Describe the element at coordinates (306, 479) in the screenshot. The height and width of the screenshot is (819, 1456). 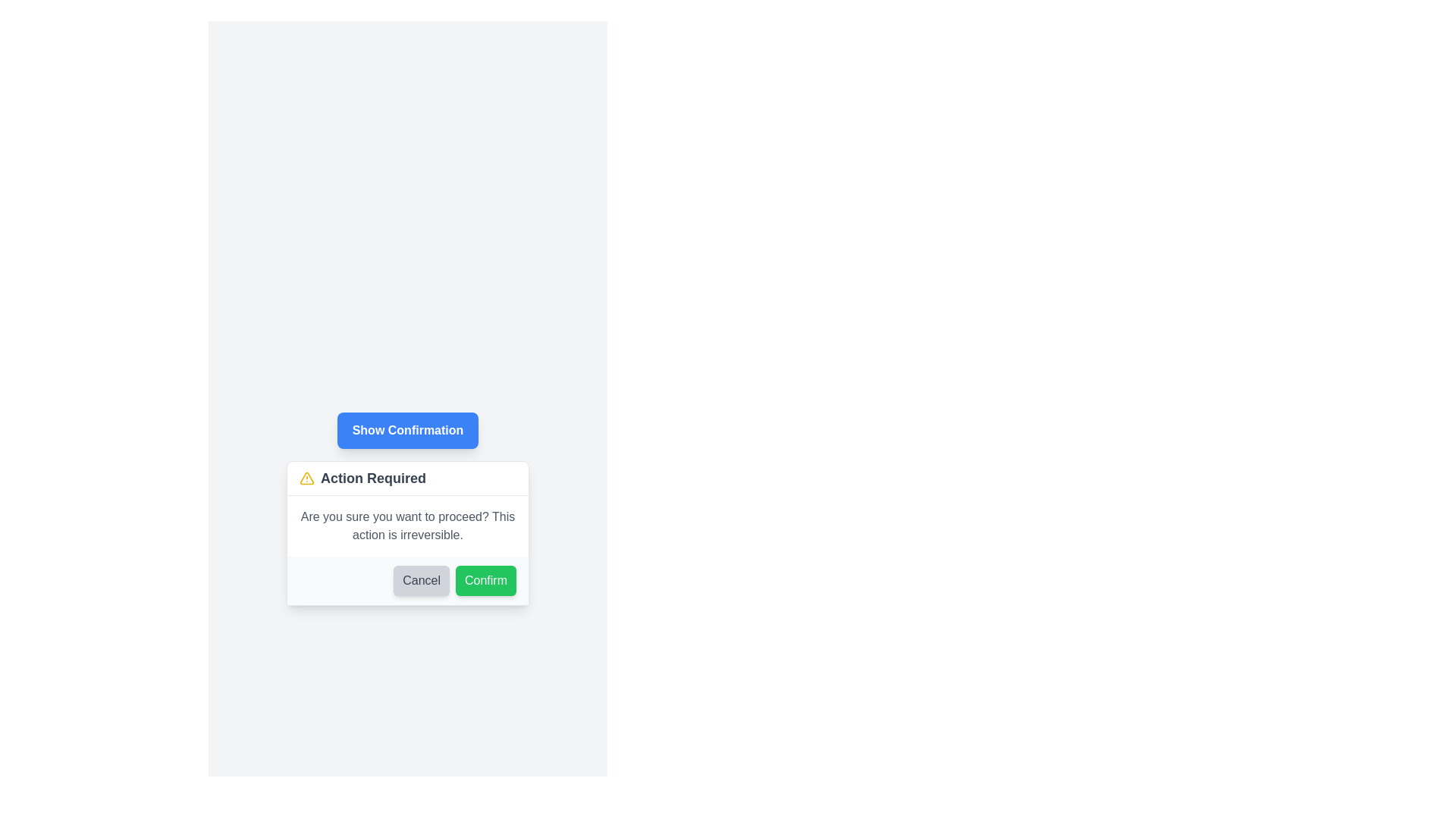
I see `the yellow triangle warning icon located in the modal dialog under the 'Action Required' header, next to the text label` at that location.